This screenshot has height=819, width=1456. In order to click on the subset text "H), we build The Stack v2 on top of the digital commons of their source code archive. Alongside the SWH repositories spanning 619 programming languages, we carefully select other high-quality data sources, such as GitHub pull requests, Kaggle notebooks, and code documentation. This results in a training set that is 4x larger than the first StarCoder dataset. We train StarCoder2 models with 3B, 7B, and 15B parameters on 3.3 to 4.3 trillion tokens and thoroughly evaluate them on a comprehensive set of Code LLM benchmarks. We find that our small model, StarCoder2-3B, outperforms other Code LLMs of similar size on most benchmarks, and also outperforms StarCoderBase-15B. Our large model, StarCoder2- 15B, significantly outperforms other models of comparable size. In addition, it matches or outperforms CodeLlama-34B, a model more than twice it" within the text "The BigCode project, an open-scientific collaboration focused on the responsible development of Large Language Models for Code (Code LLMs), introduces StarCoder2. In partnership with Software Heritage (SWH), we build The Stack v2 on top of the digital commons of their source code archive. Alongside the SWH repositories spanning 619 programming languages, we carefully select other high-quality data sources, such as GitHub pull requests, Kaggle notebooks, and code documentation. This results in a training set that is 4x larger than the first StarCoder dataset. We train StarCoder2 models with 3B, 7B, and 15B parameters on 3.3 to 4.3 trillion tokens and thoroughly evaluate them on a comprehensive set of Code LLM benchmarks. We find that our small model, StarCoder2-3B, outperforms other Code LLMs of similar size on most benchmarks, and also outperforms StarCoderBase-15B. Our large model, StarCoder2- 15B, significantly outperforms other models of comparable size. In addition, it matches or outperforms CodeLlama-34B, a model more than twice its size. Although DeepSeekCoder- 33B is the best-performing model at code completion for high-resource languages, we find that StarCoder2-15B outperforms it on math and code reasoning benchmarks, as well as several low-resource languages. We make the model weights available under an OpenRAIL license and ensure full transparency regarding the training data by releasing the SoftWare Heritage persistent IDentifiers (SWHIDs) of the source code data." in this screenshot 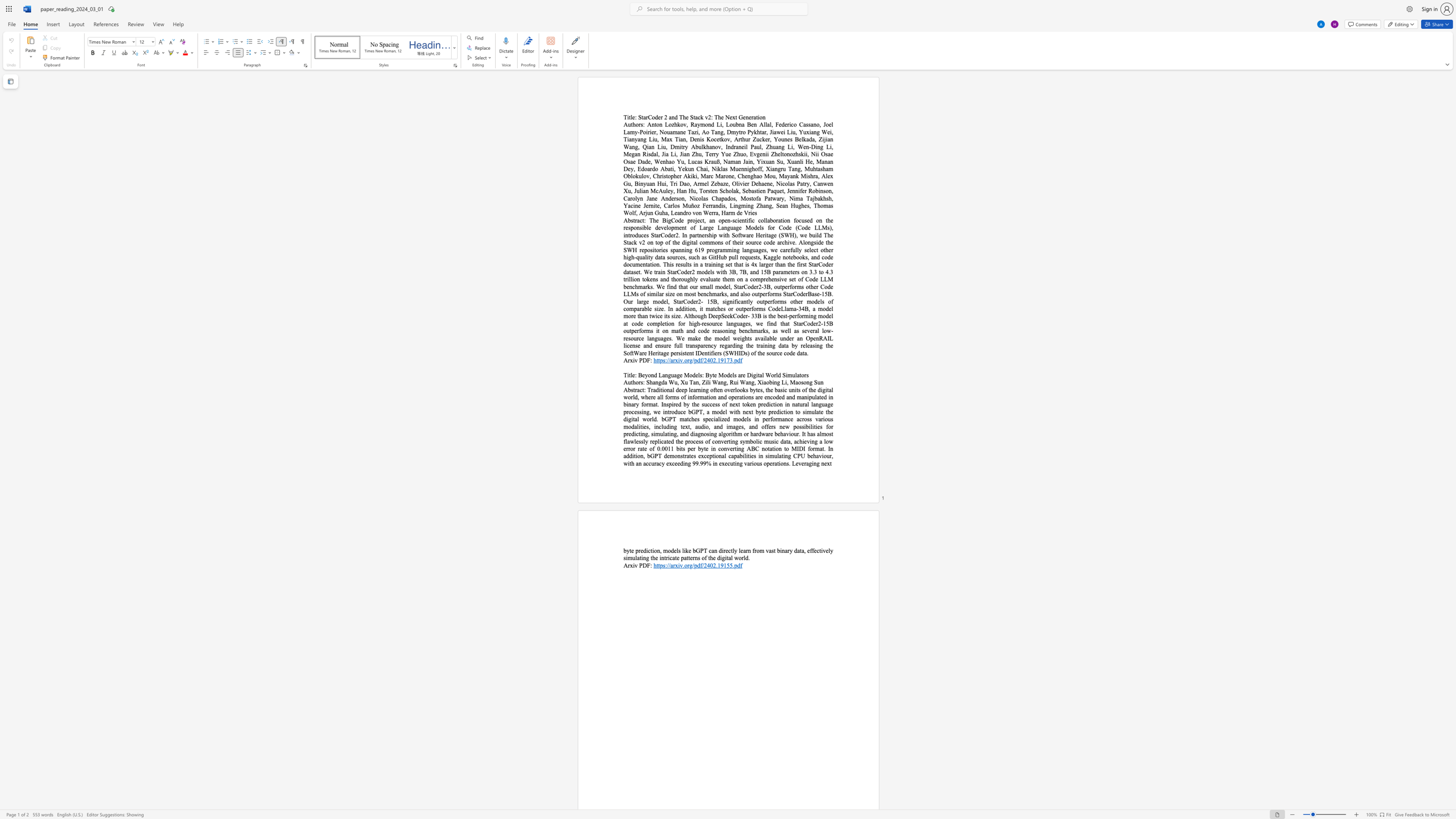, I will do `click(790, 235)`.